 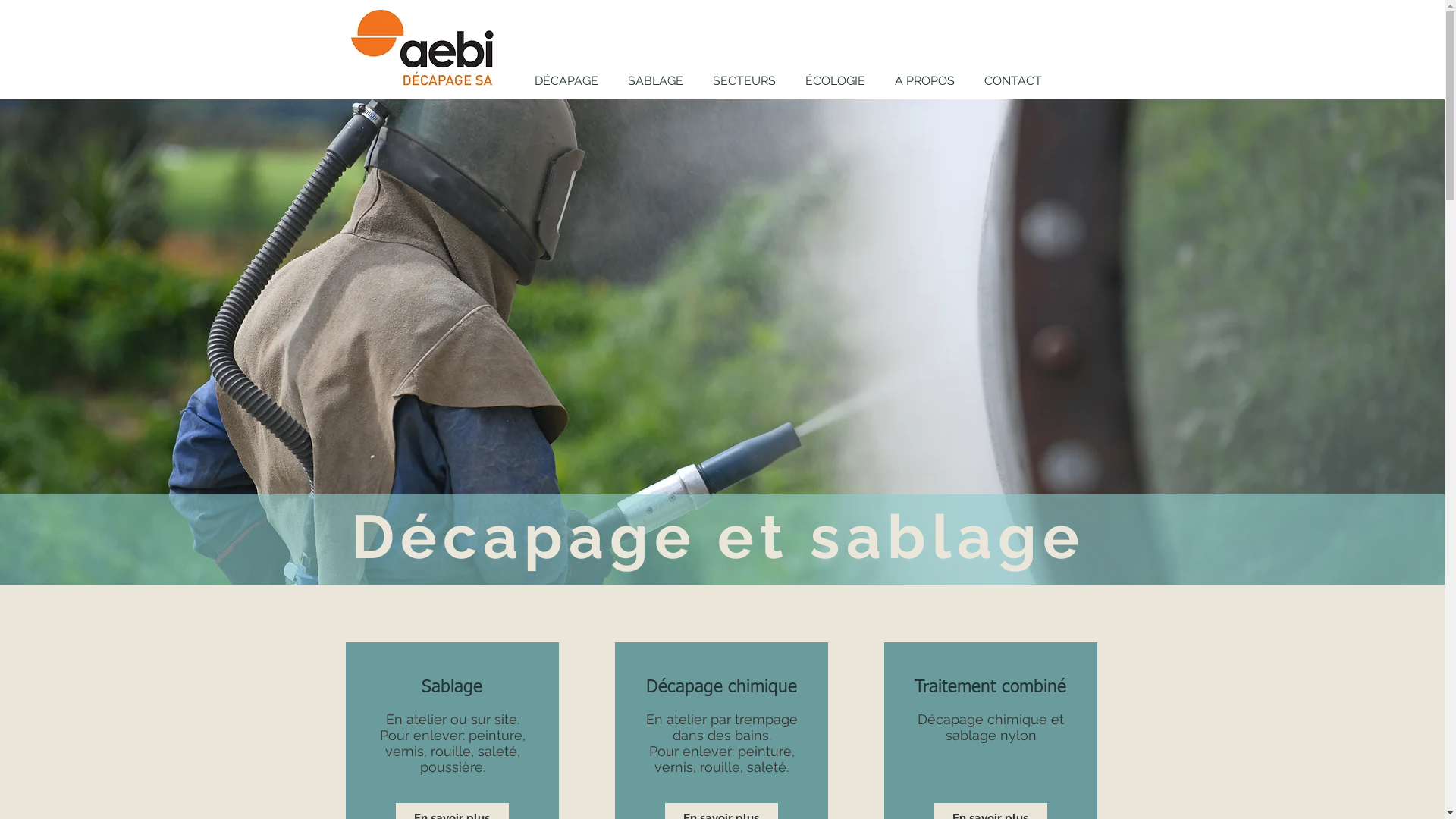 I want to click on 'CONTACT', so click(x=1012, y=81).